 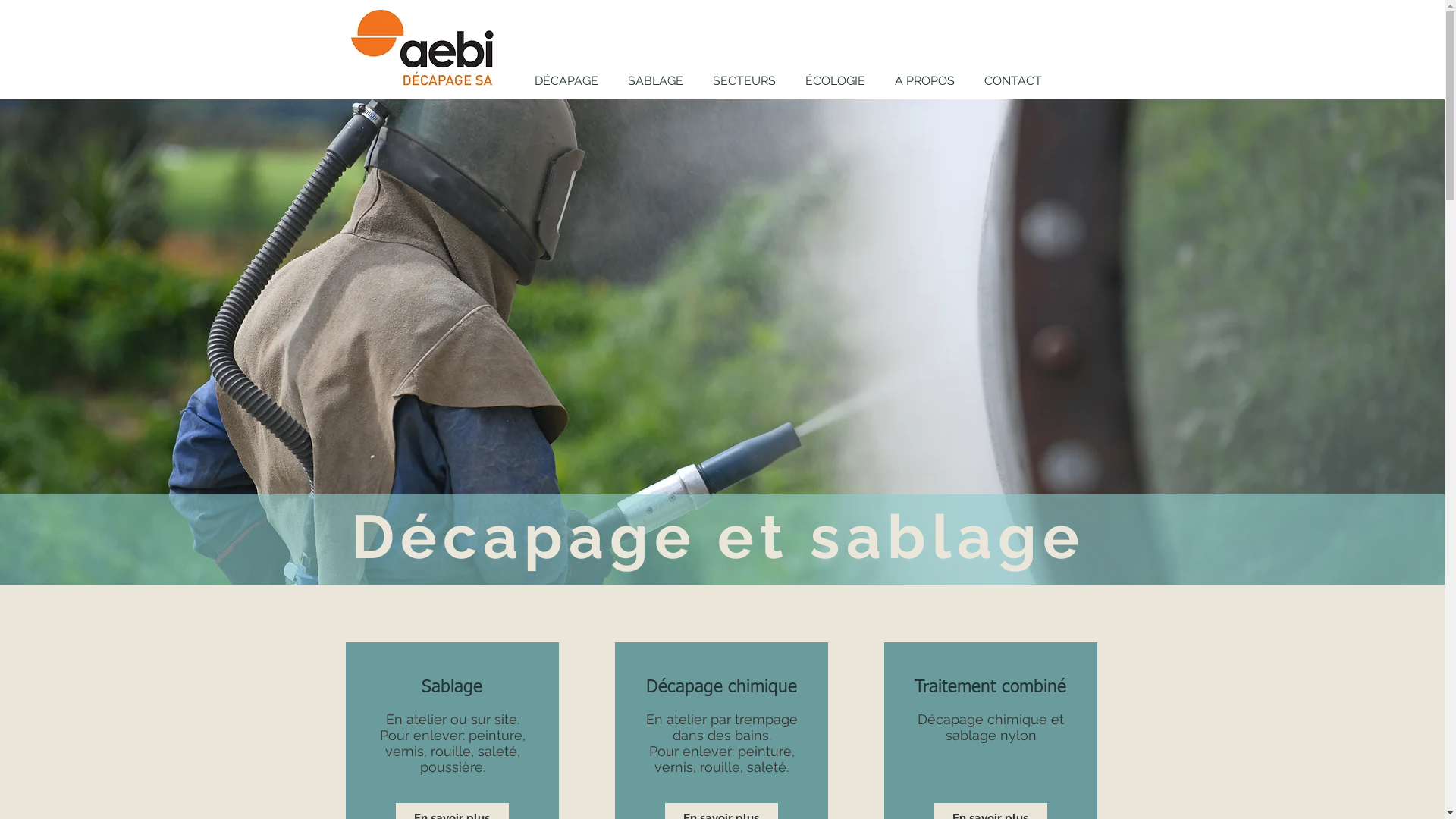 I want to click on 'CONTACT', so click(x=1012, y=81).